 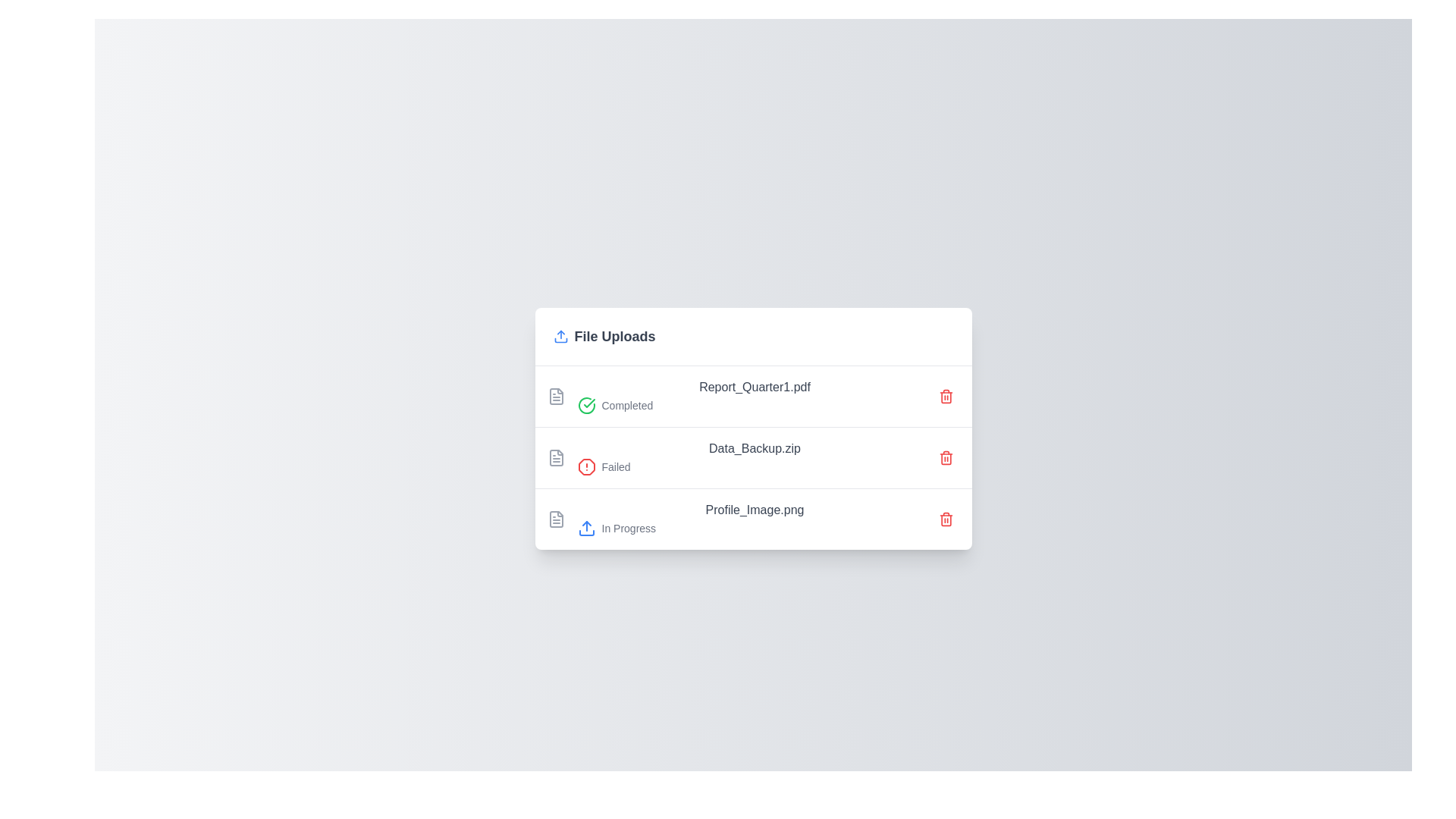 What do you see at coordinates (755, 447) in the screenshot?
I see `the label displaying the file name 'Data_Backup.zip', which is a bold, dark gray text element located centrally in the list interface` at bounding box center [755, 447].